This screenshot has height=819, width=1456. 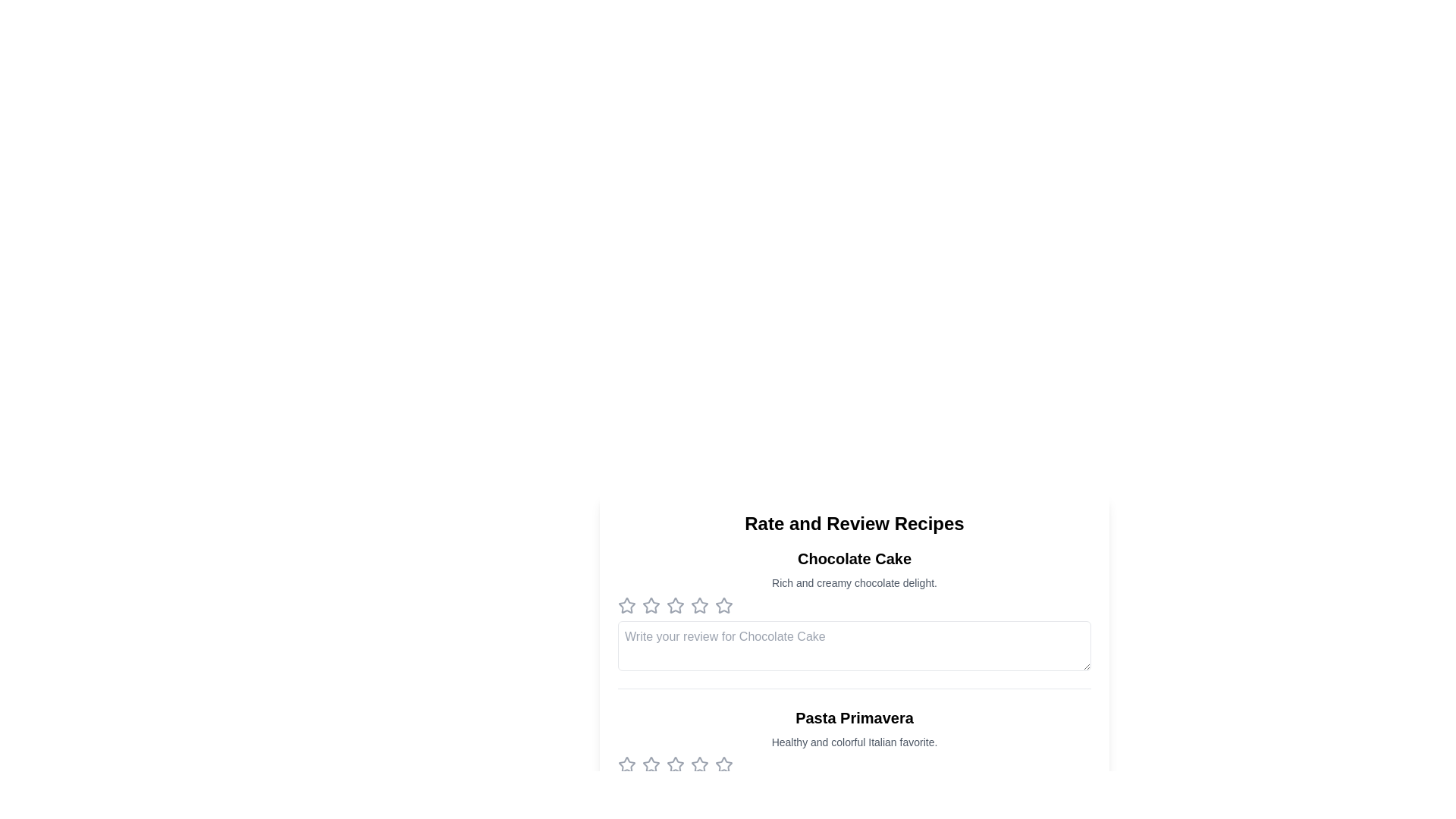 What do you see at coordinates (855, 582) in the screenshot?
I see `the Text Label that reads 'Rich and creamy chocolate delight.' which is positioned beneath the title 'Chocolate Cake.'` at bounding box center [855, 582].